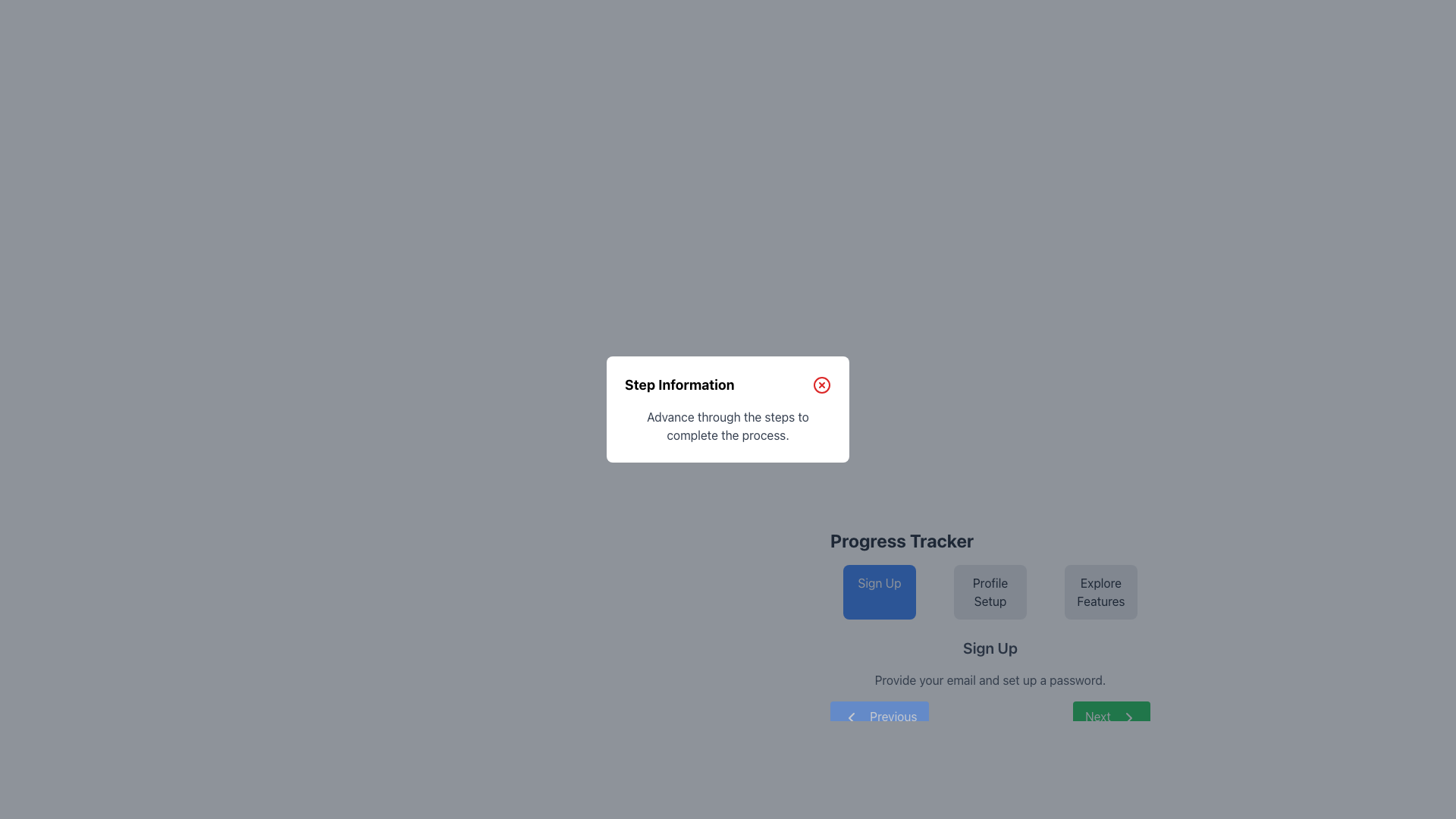  What do you see at coordinates (990, 573) in the screenshot?
I see `the second button in the row of three buttons that represents the 'Profile Setup' stage within the 'Progress Tracker' section` at bounding box center [990, 573].